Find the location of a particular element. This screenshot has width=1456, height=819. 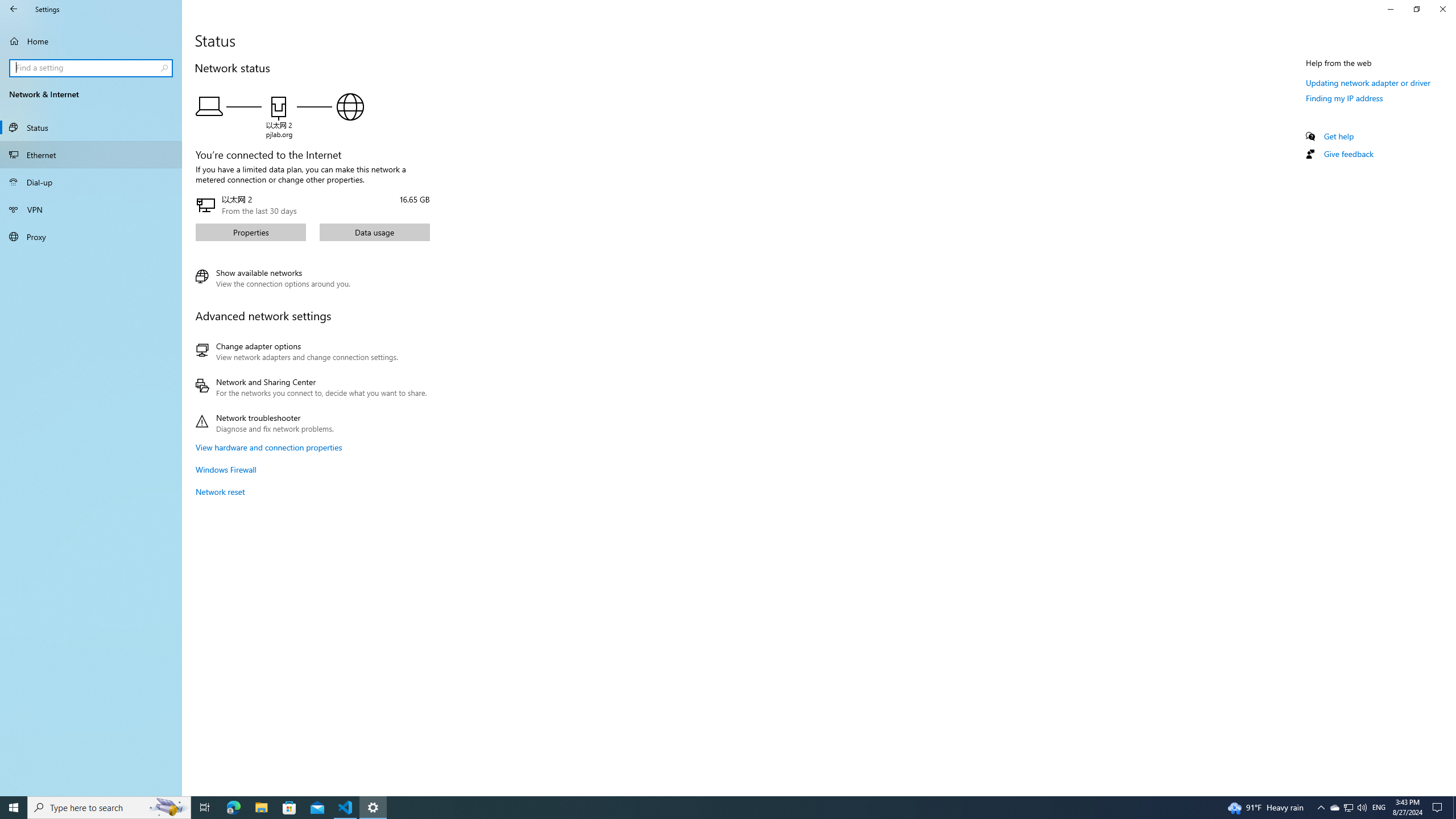

'Status' is located at coordinates (90, 126).